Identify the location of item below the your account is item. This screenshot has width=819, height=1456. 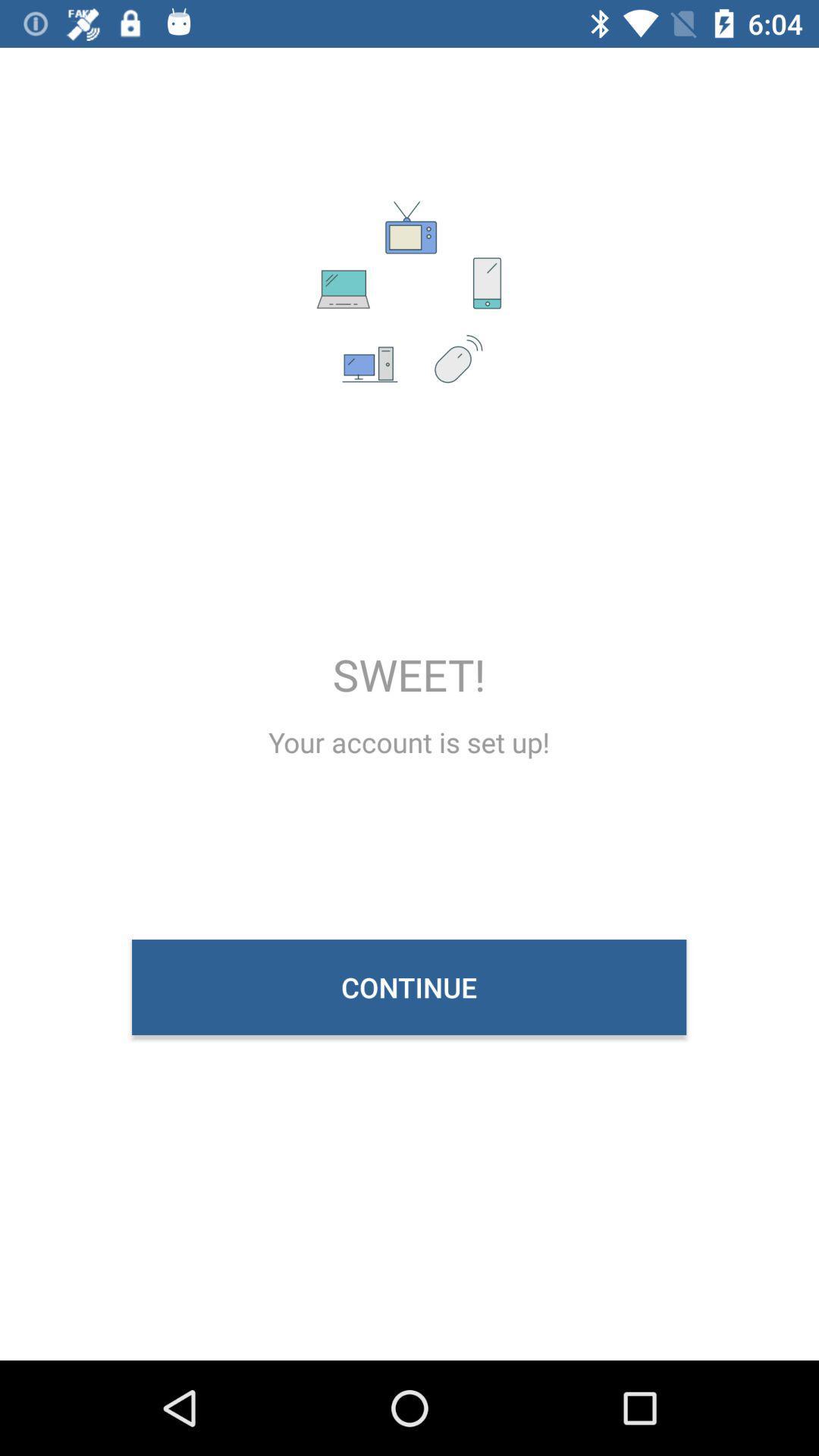
(408, 987).